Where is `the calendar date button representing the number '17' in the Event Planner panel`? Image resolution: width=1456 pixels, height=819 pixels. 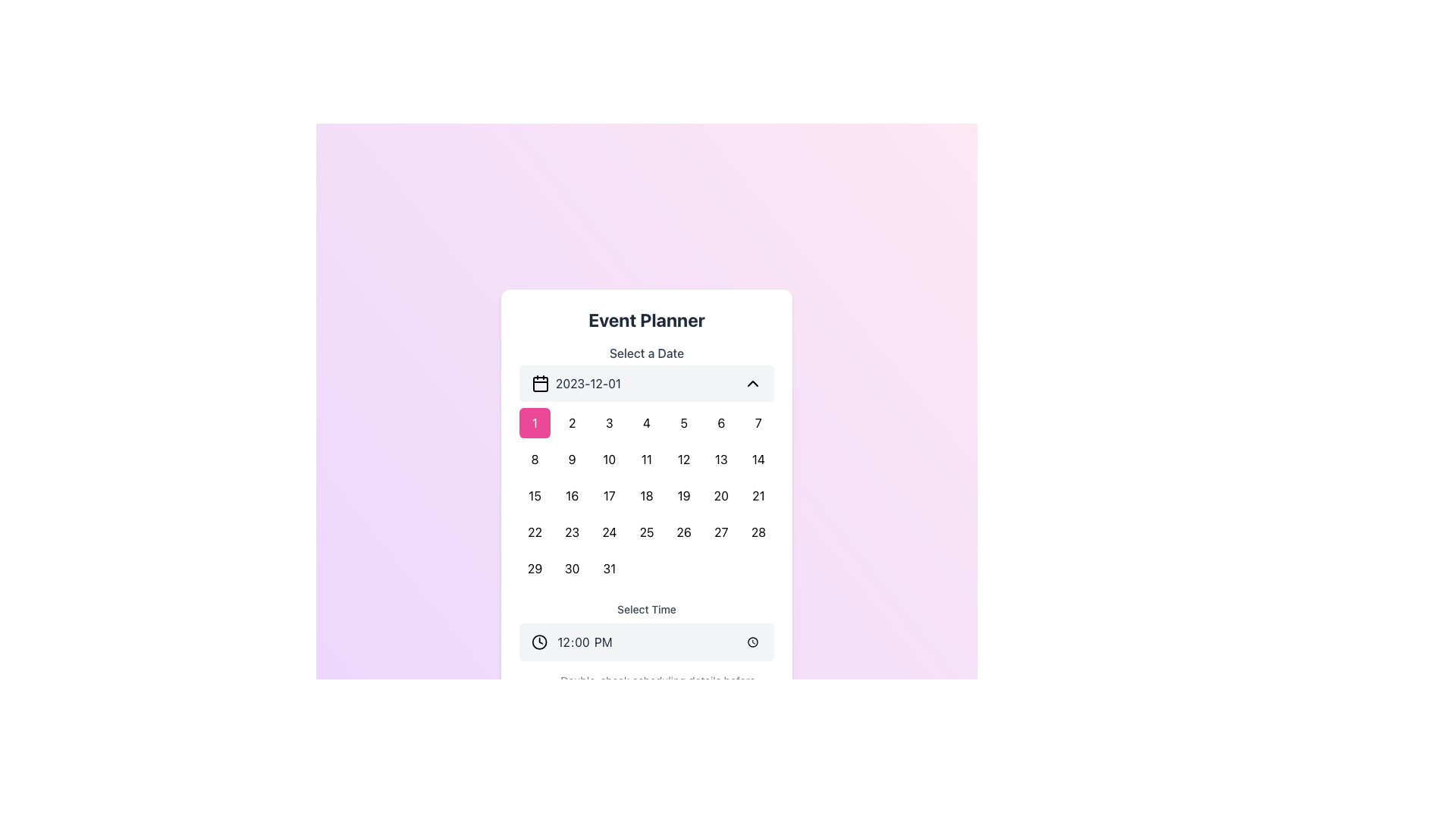 the calendar date button representing the number '17' in the Event Planner panel is located at coordinates (609, 496).